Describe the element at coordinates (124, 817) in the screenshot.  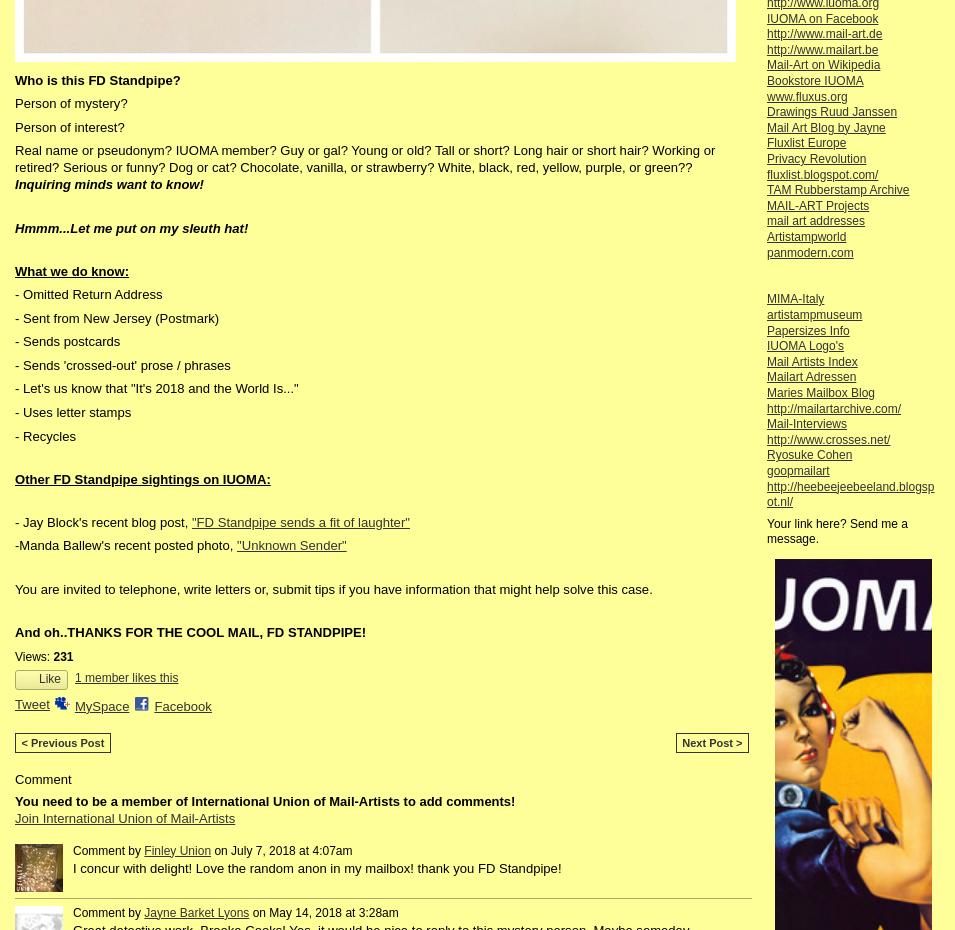
I see `'Join International Union of Mail-Artists'` at that location.